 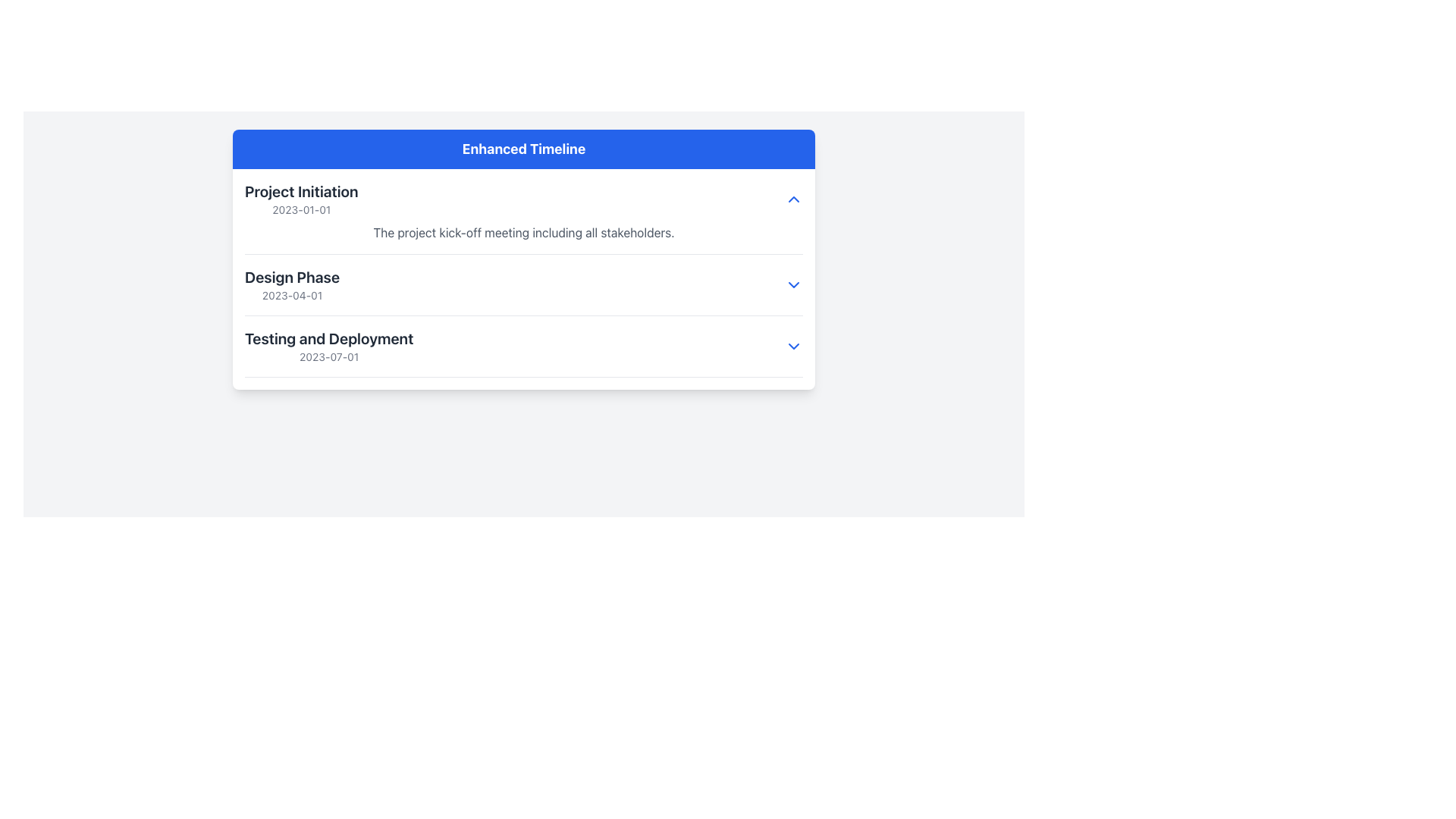 I want to click on the non-interactive date text element located under the 'Design Phase' section, which displays temporal information, so click(x=292, y=295).